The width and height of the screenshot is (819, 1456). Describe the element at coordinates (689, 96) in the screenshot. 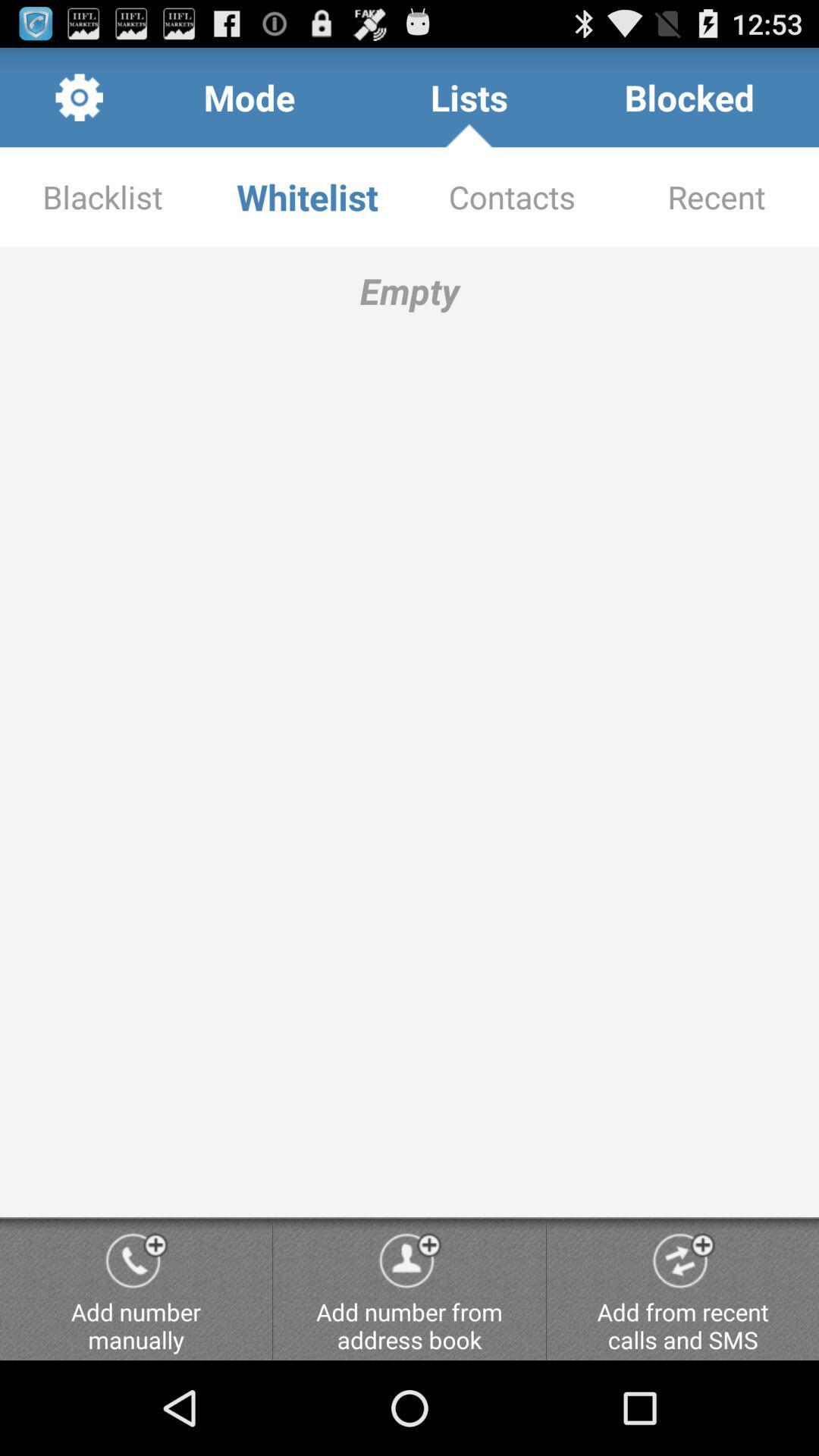

I see `blocked app` at that location.